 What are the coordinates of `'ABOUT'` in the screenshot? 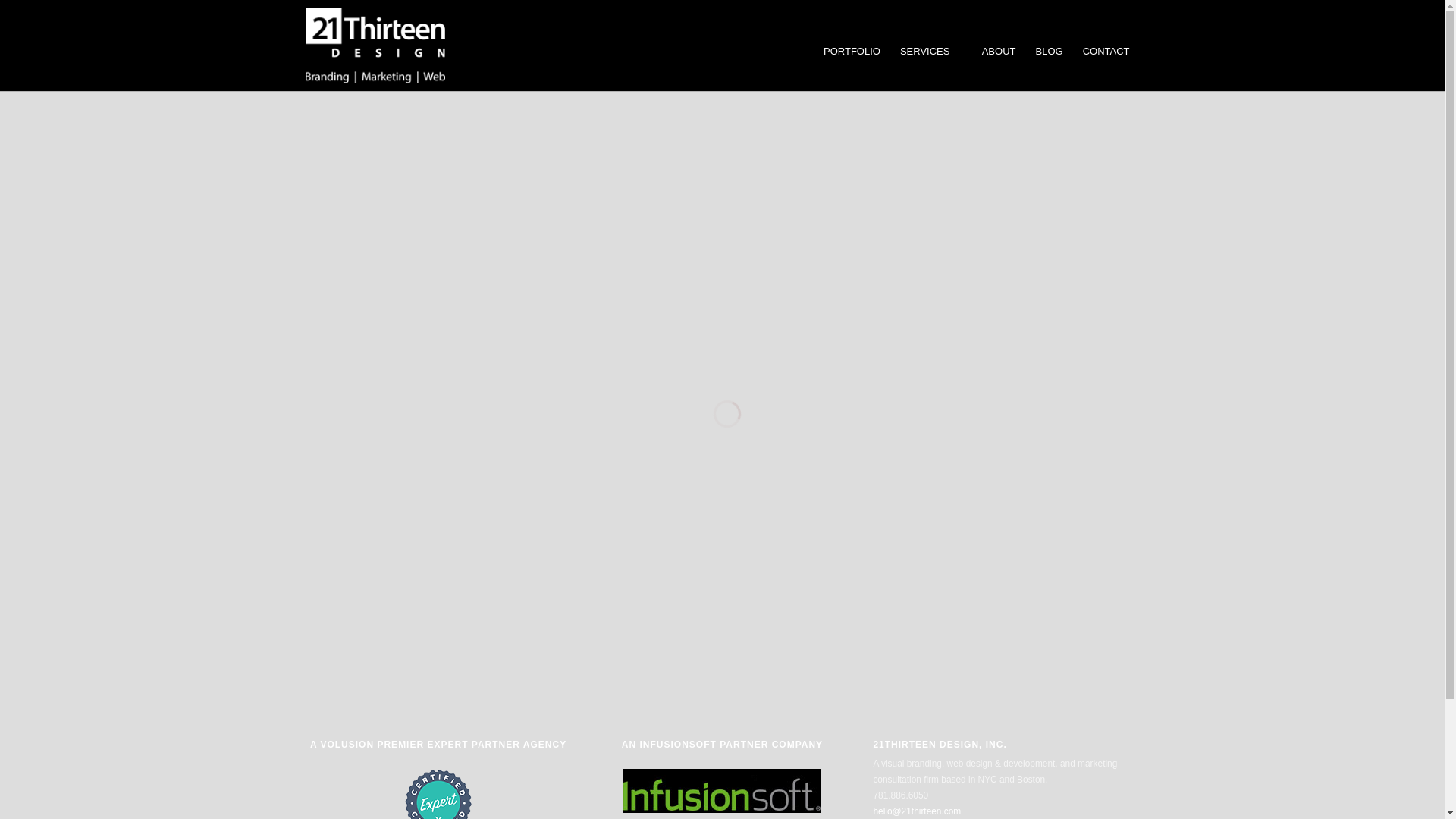 It's located at (999, 51).